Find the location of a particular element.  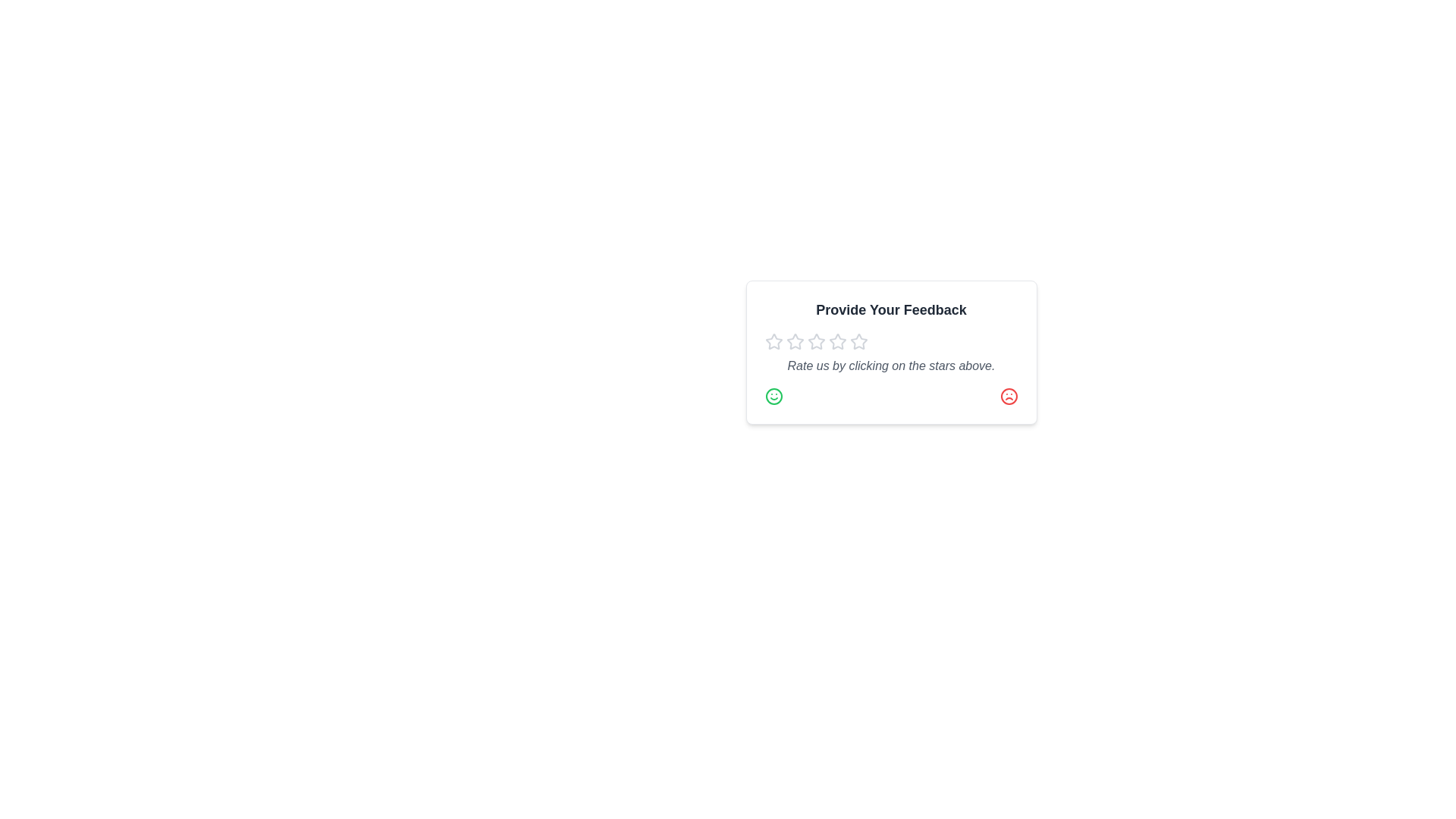

the fourth star in the feedback rating section is located at coordinates (836, 342).